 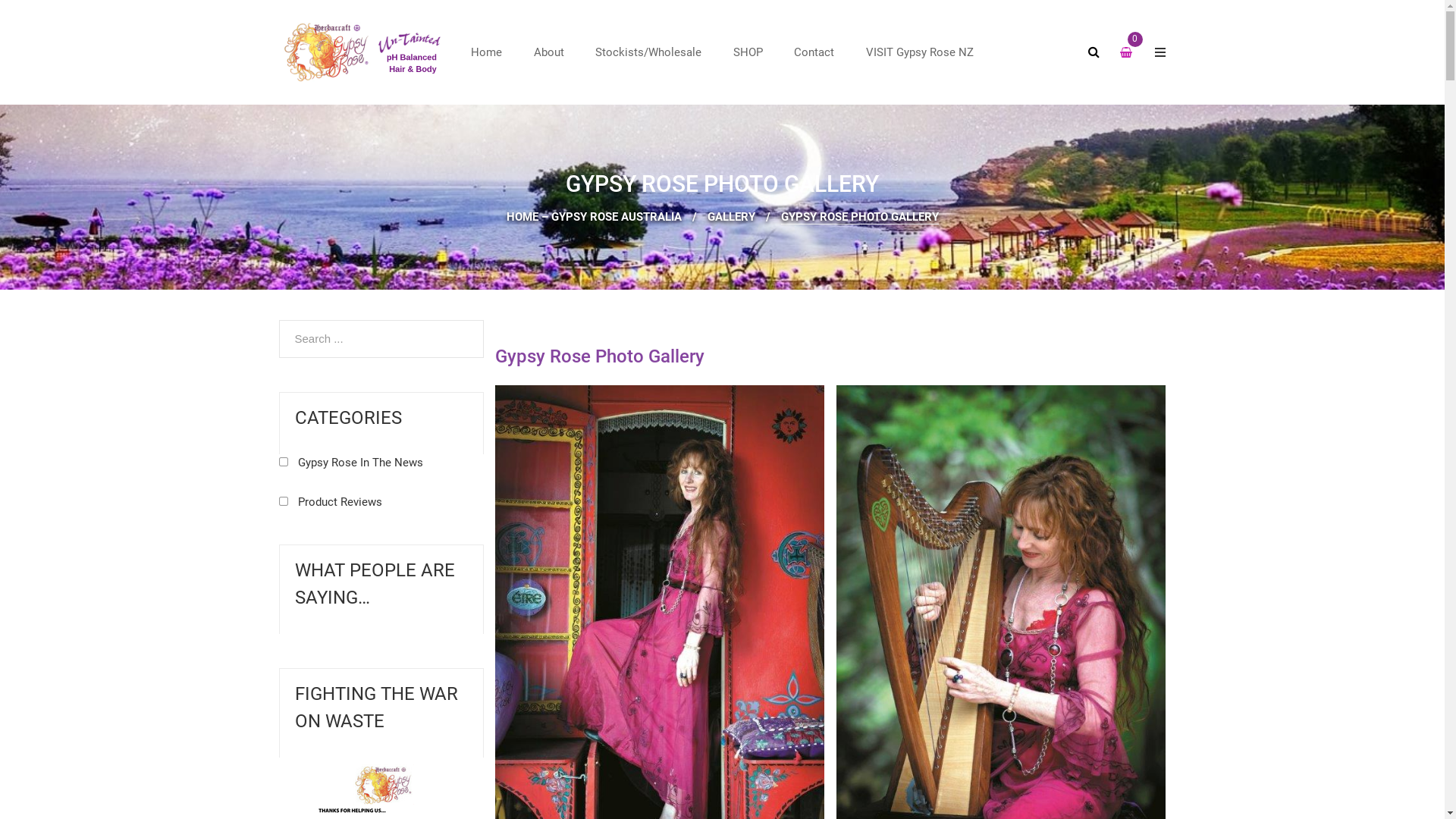 I want to click on 'Gypsy Rose In The News', so click(x=350, y=461).